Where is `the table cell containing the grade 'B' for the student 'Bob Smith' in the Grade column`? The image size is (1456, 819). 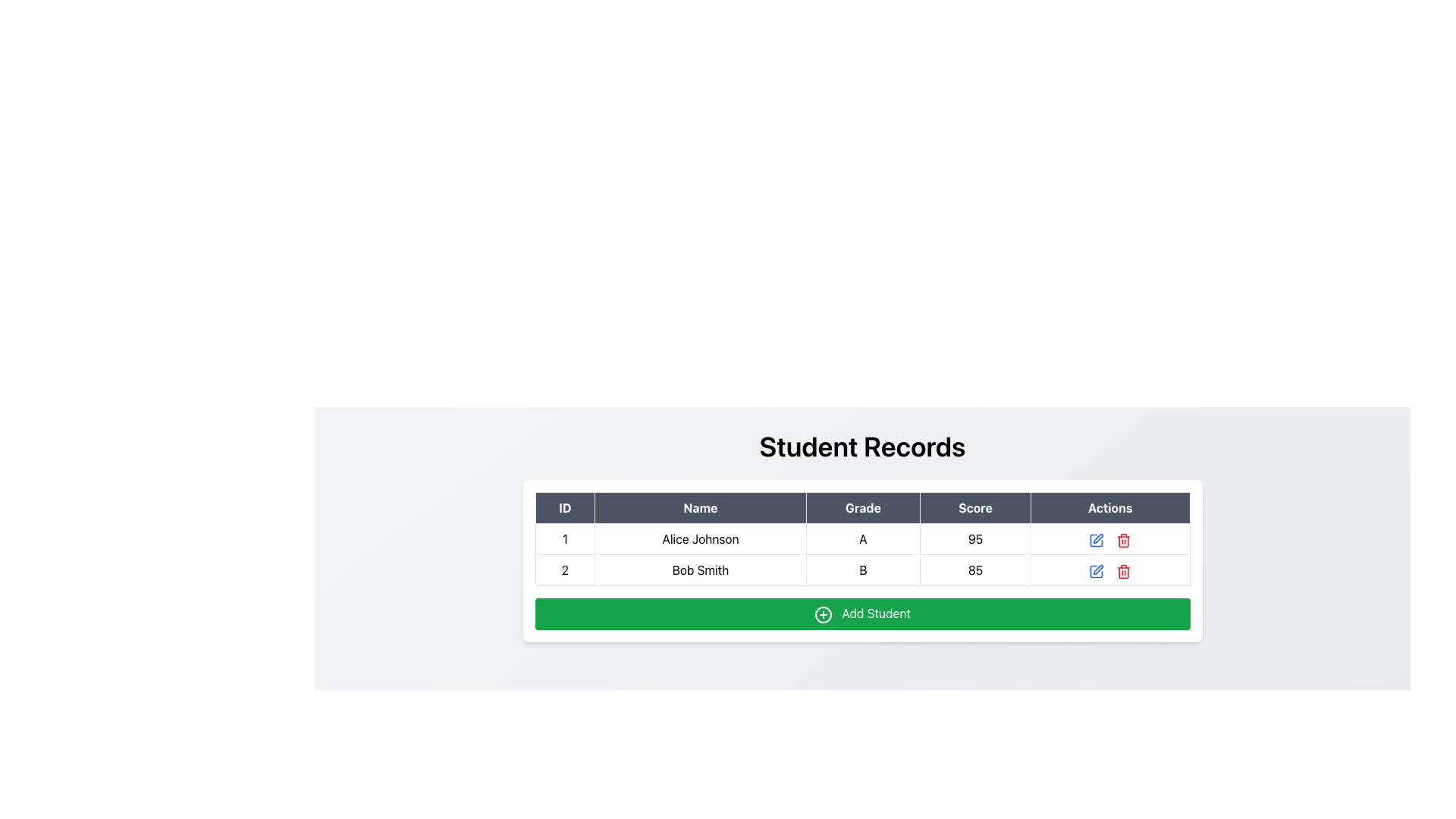
the table cell containing the grade 'B' for the student 'Bob Smith' in the Grade column is located at coordinates (862, 570).